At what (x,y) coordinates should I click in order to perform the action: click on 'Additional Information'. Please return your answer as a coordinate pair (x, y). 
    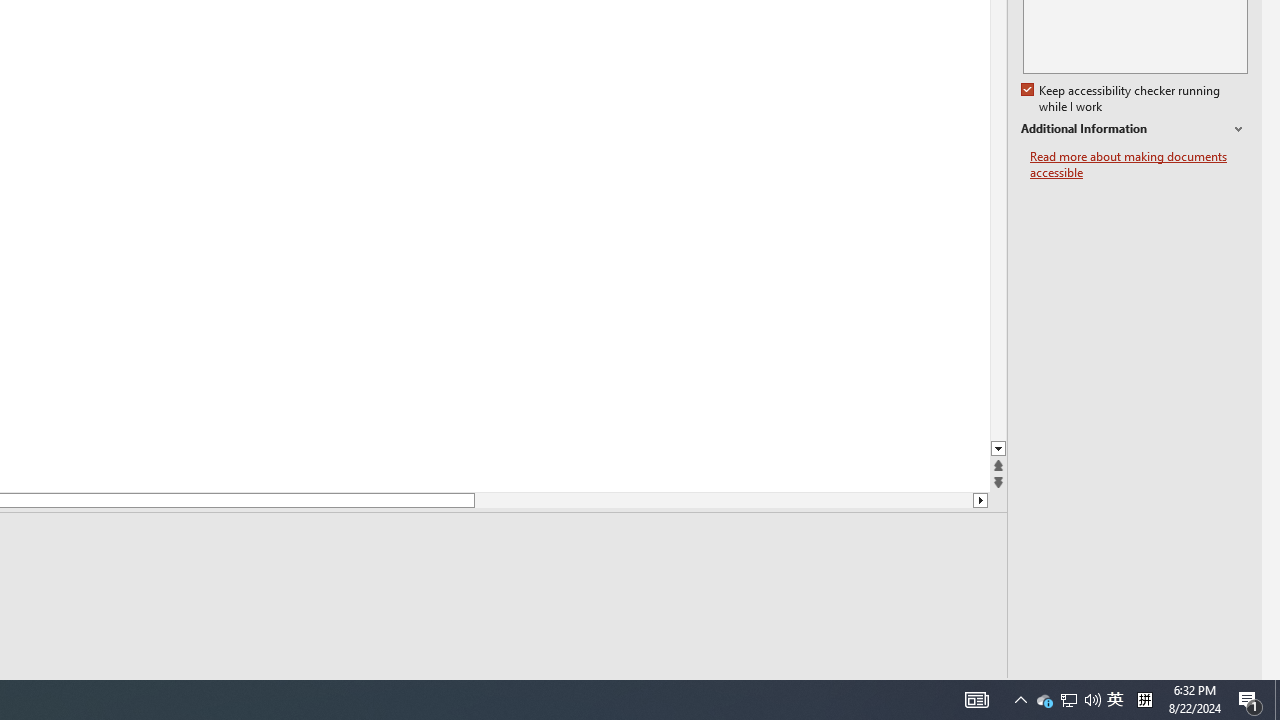
    Looking at the image, I should click on (1134, 129).